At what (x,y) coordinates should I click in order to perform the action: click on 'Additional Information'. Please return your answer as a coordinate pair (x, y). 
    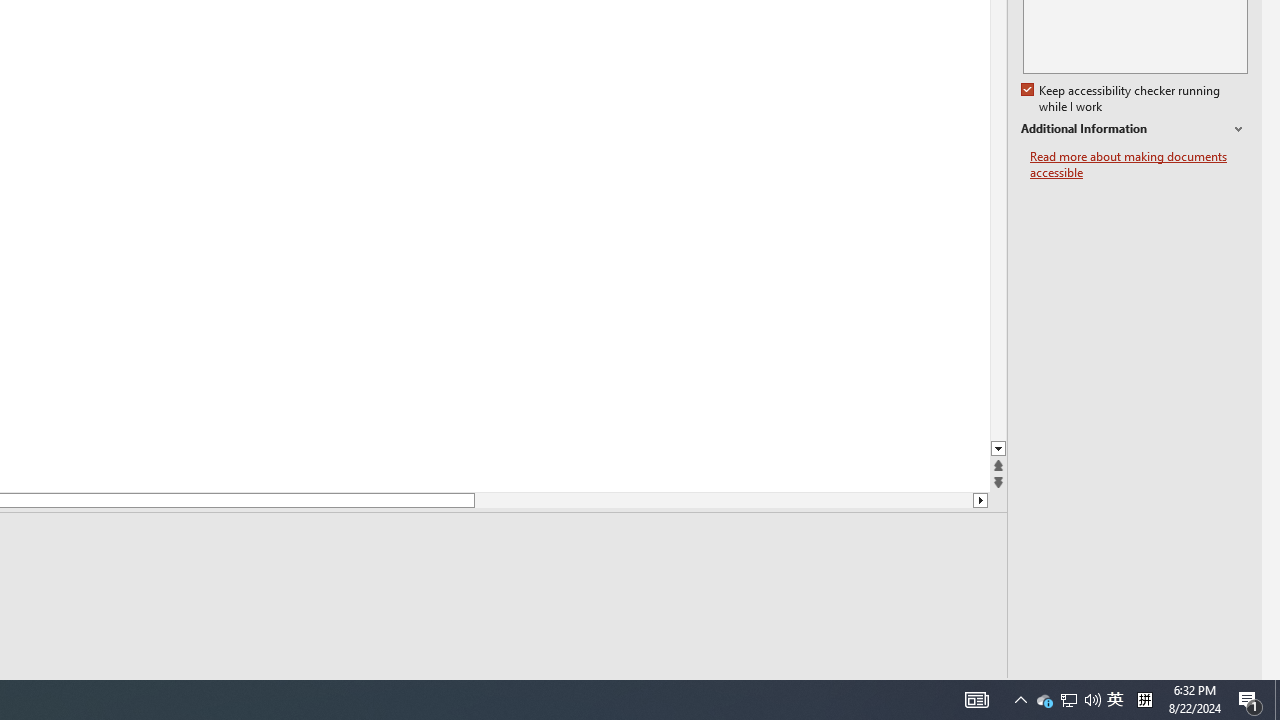
    Looking at the image, I should click on (1134, 129).